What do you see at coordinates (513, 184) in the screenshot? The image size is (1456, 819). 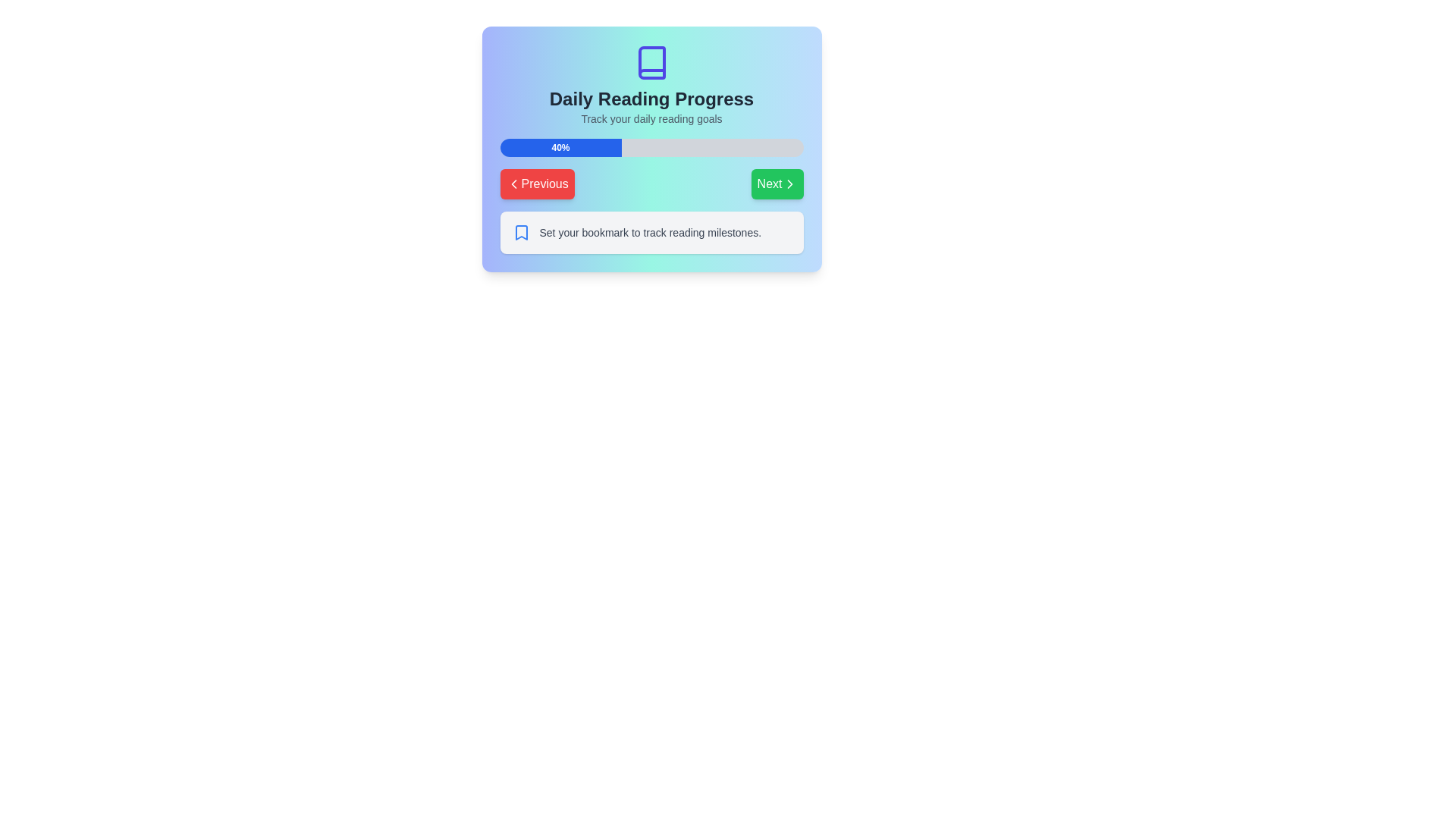 I see `the left-oriented chevron icon within the 'Previous' button, which has a red background and white text, to trigger any hover effects` at bounding box center [513, 184].